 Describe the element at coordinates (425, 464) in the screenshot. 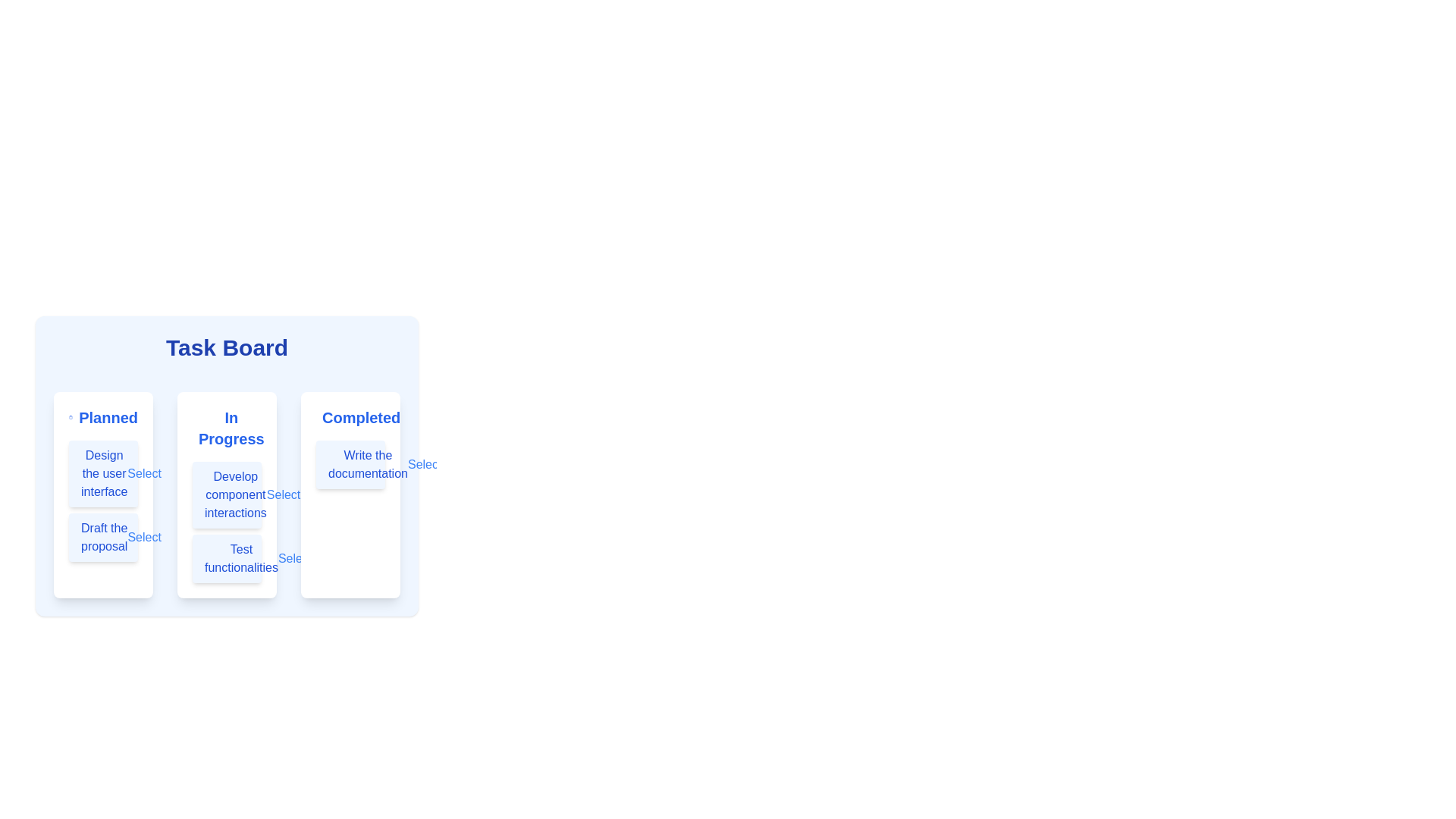

I see `the interactive text link located in the 'Completed' section of the 'Task Board' interface, adjacent to the text 'Write the documentation'` at that location.